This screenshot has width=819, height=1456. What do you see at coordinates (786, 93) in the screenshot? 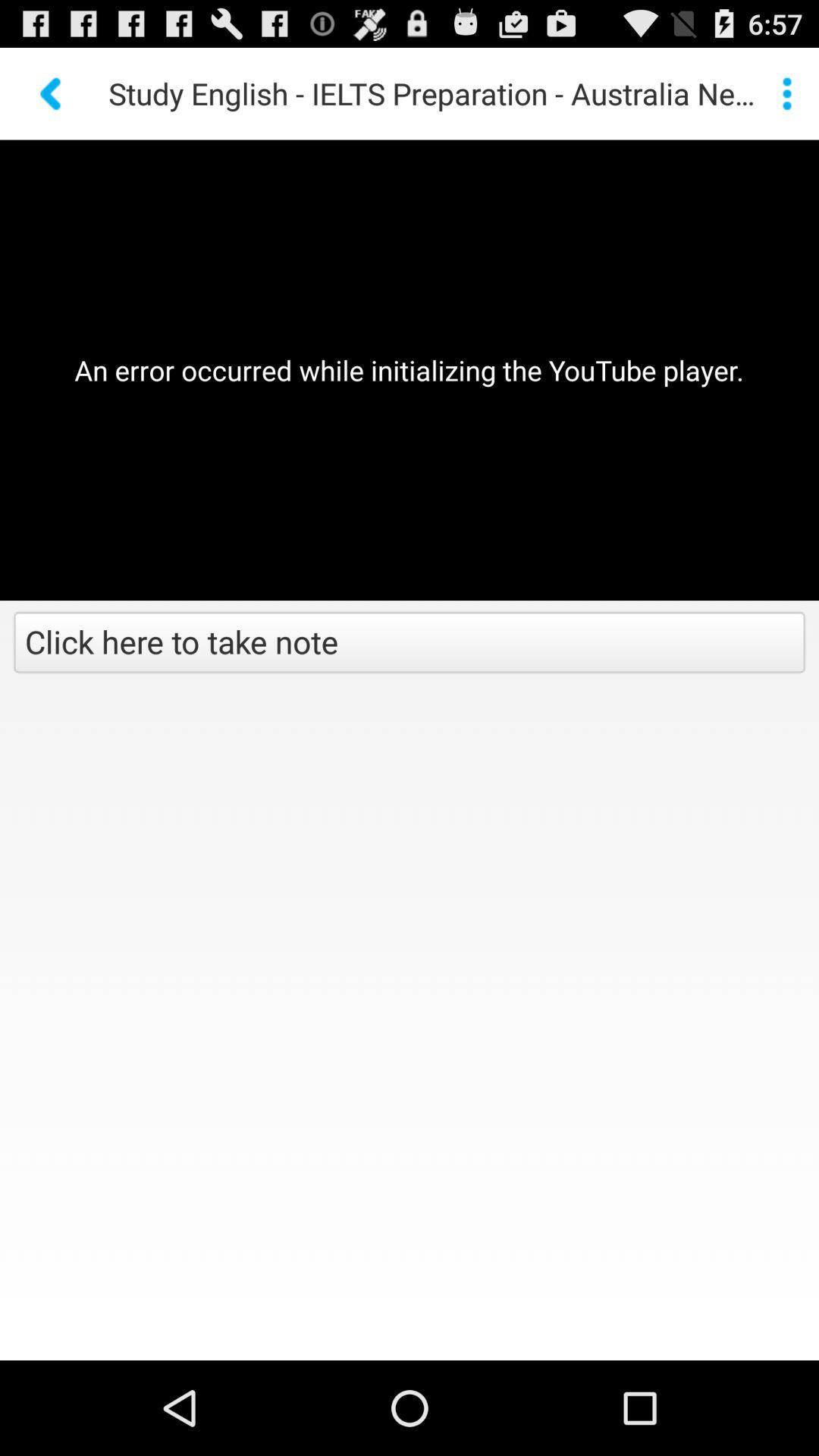
I see `the item to the right of study english ielts` at bounding box center [786, 93].